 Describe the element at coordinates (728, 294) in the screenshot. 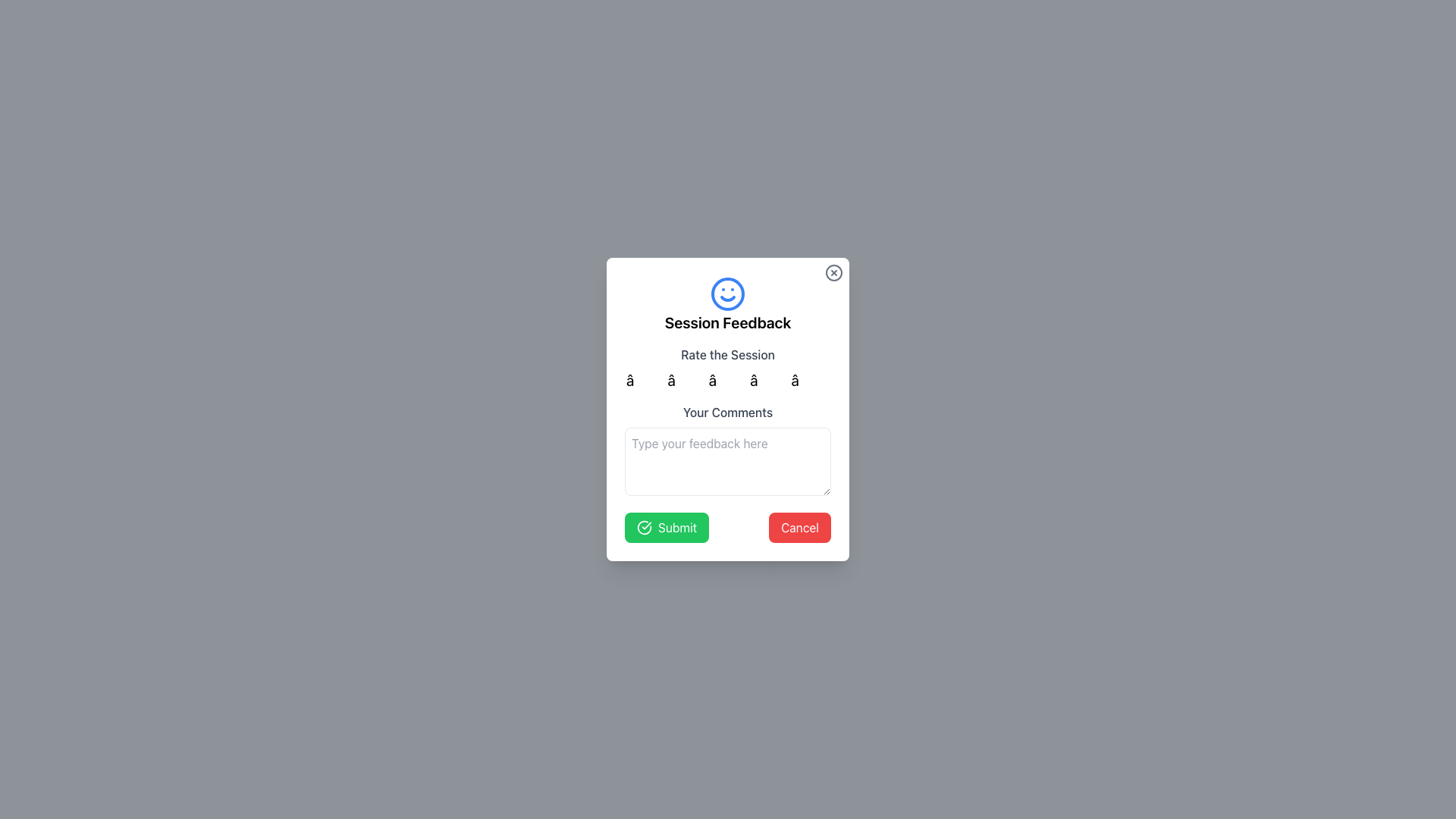

I see `the circular smiley face icon with a blue outline, blue eyes, and a blue smile, which is located above the 'Session Feedback' text in the feedback card interface` at that location.